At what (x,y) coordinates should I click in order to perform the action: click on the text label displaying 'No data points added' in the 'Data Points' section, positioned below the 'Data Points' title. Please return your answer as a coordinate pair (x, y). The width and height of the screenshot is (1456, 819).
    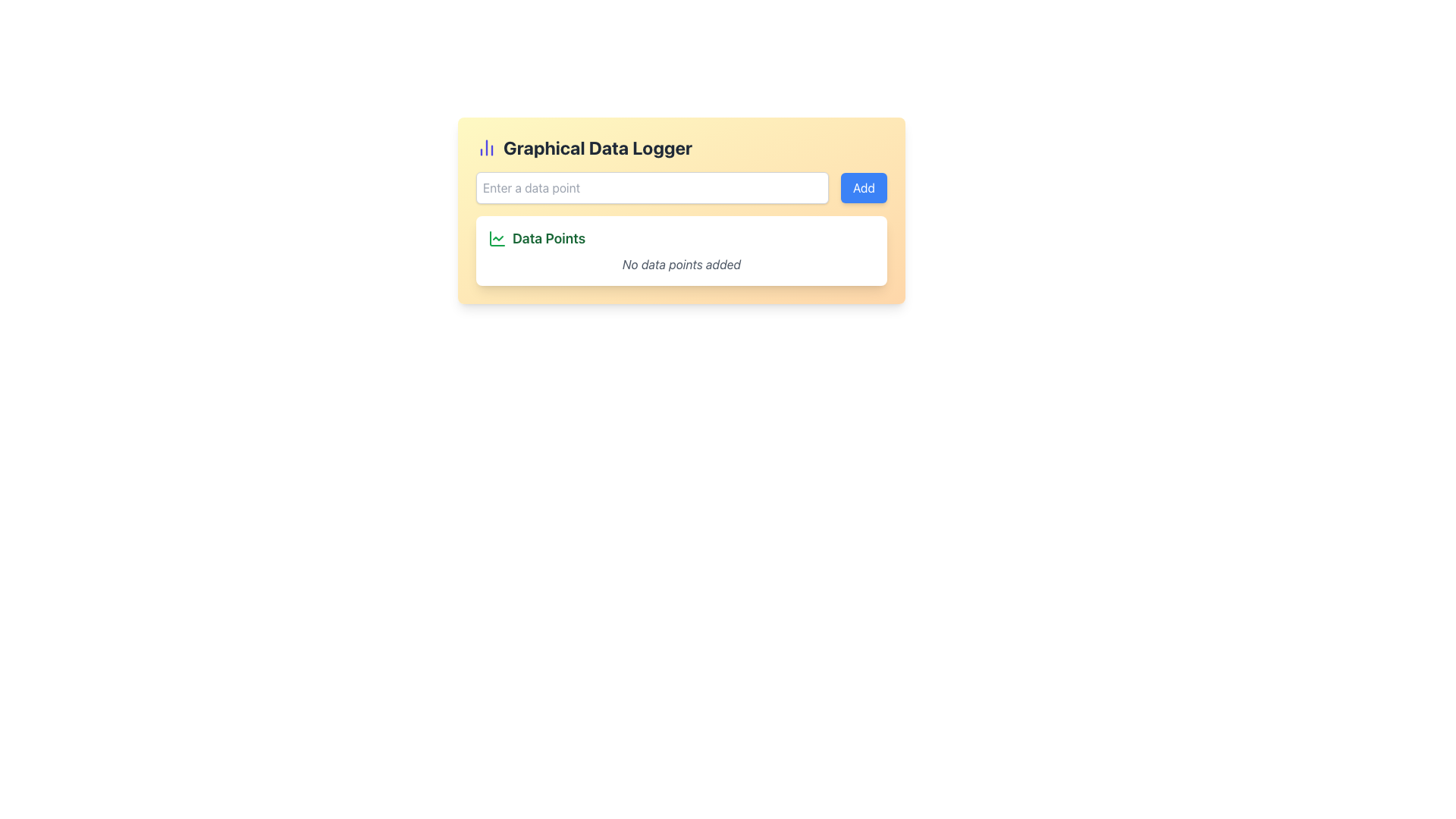
    Looking at the image, I should click on (680, 263).